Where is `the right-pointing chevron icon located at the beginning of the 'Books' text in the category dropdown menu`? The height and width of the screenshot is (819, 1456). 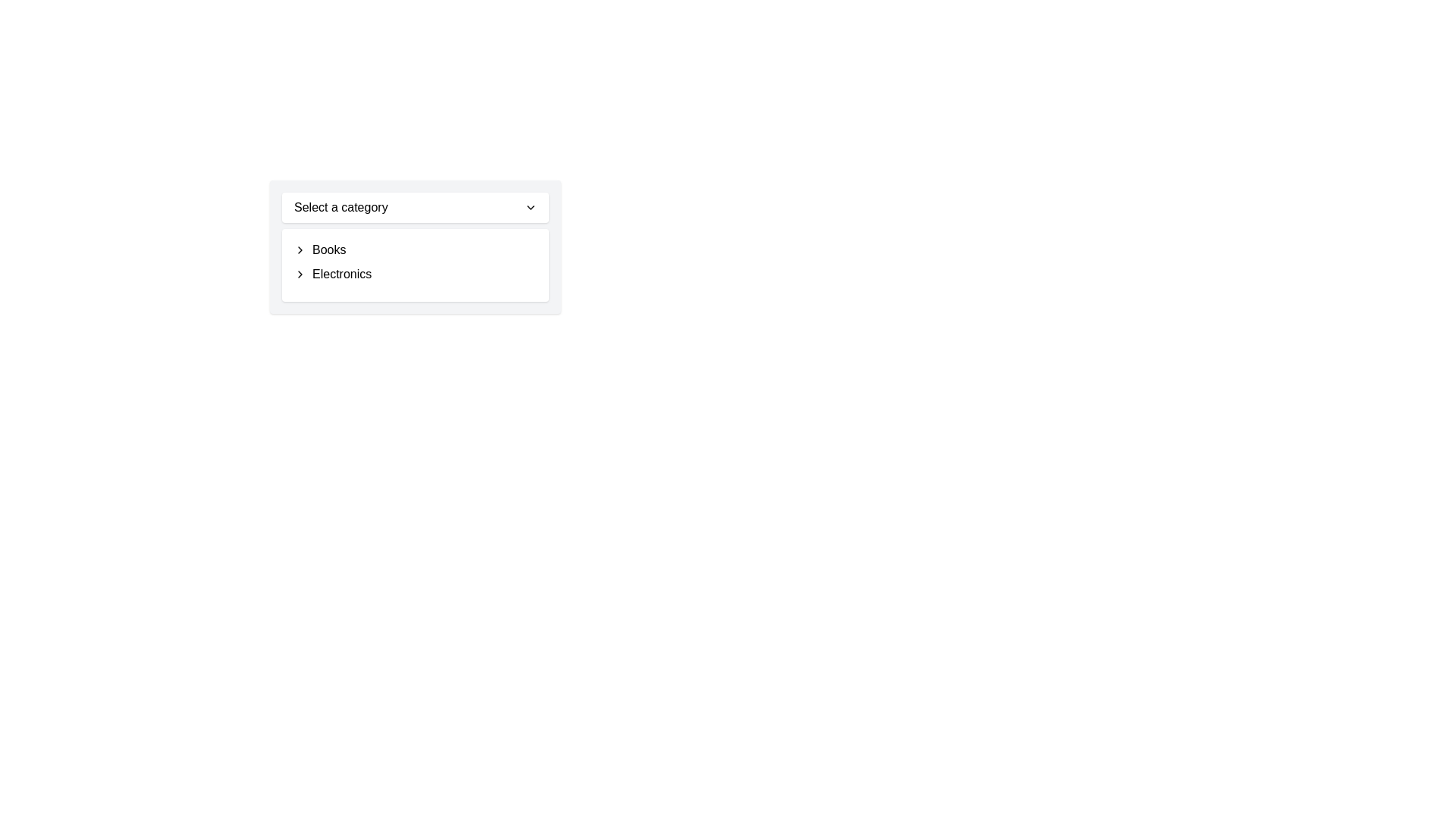 the right-pointing chevron icon located at the beginning of the 'Books' text in the category dropdown menu is located at coordinates (300, 249).